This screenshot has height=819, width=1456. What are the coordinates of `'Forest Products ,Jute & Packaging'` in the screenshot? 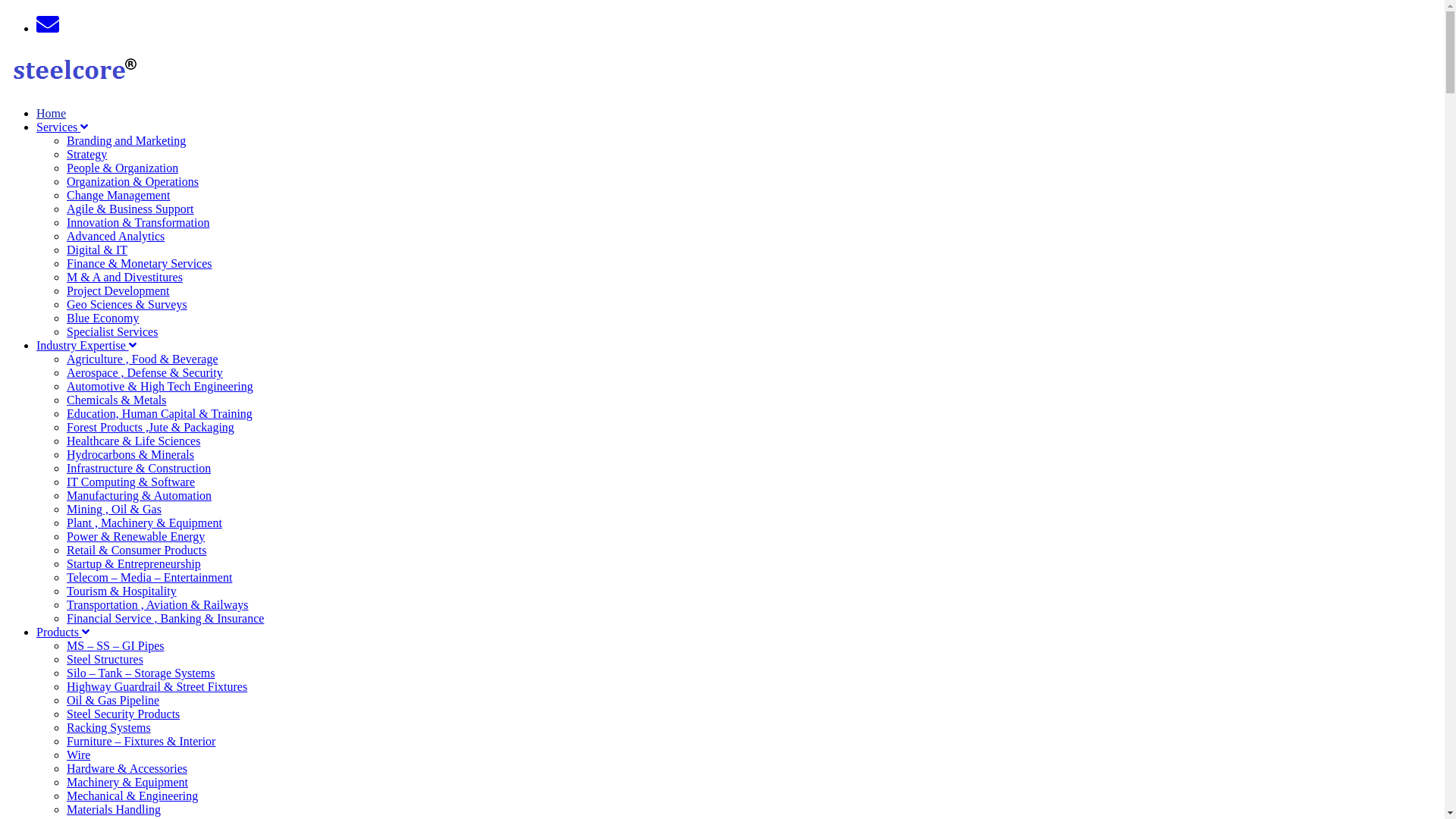 It's located at (150, 427).